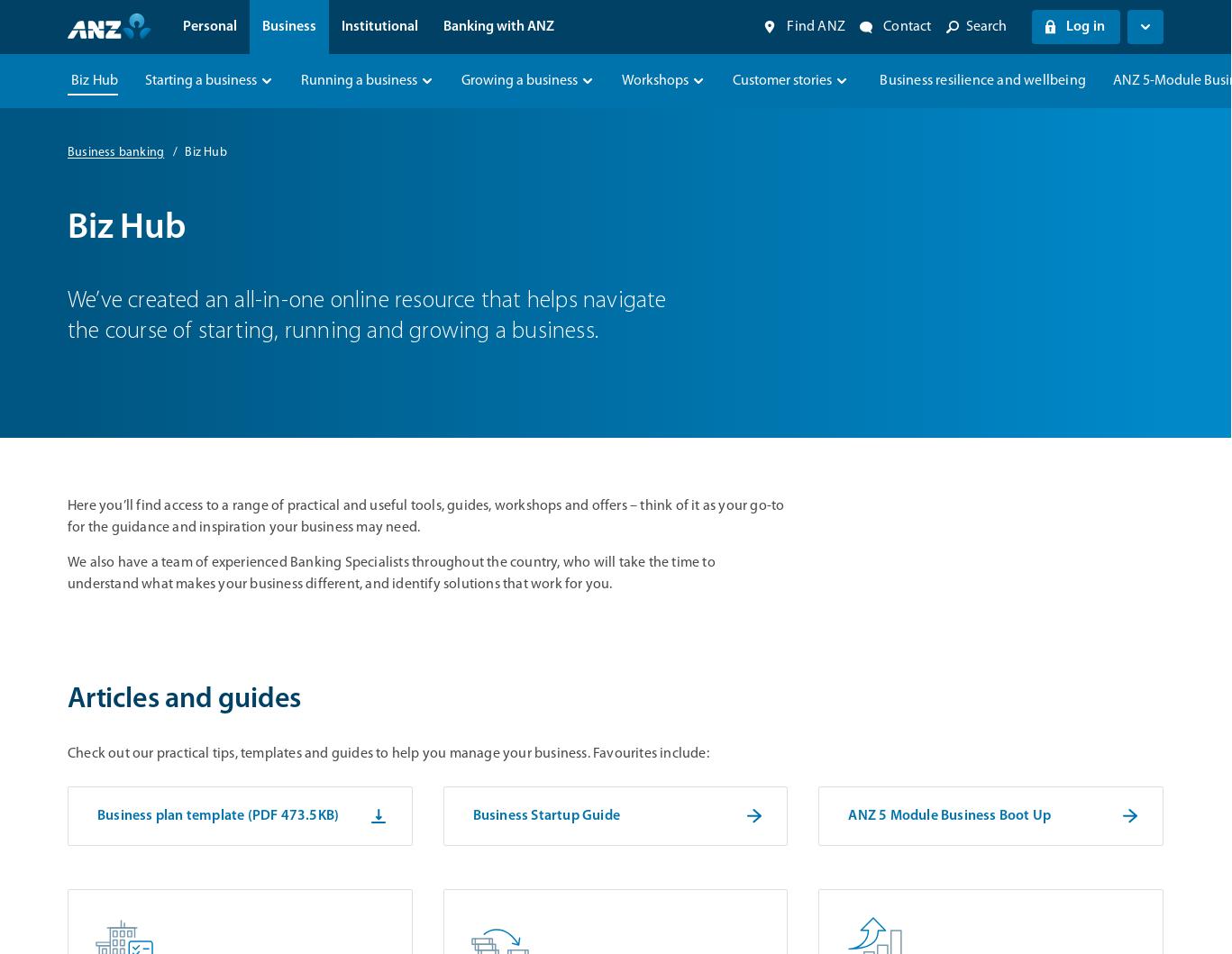 The height and width of the screenshot is (954, 1232). Describe the element at coordinates (921, 304) in the screenshot. I see `'Sustainability in business'` at that location.